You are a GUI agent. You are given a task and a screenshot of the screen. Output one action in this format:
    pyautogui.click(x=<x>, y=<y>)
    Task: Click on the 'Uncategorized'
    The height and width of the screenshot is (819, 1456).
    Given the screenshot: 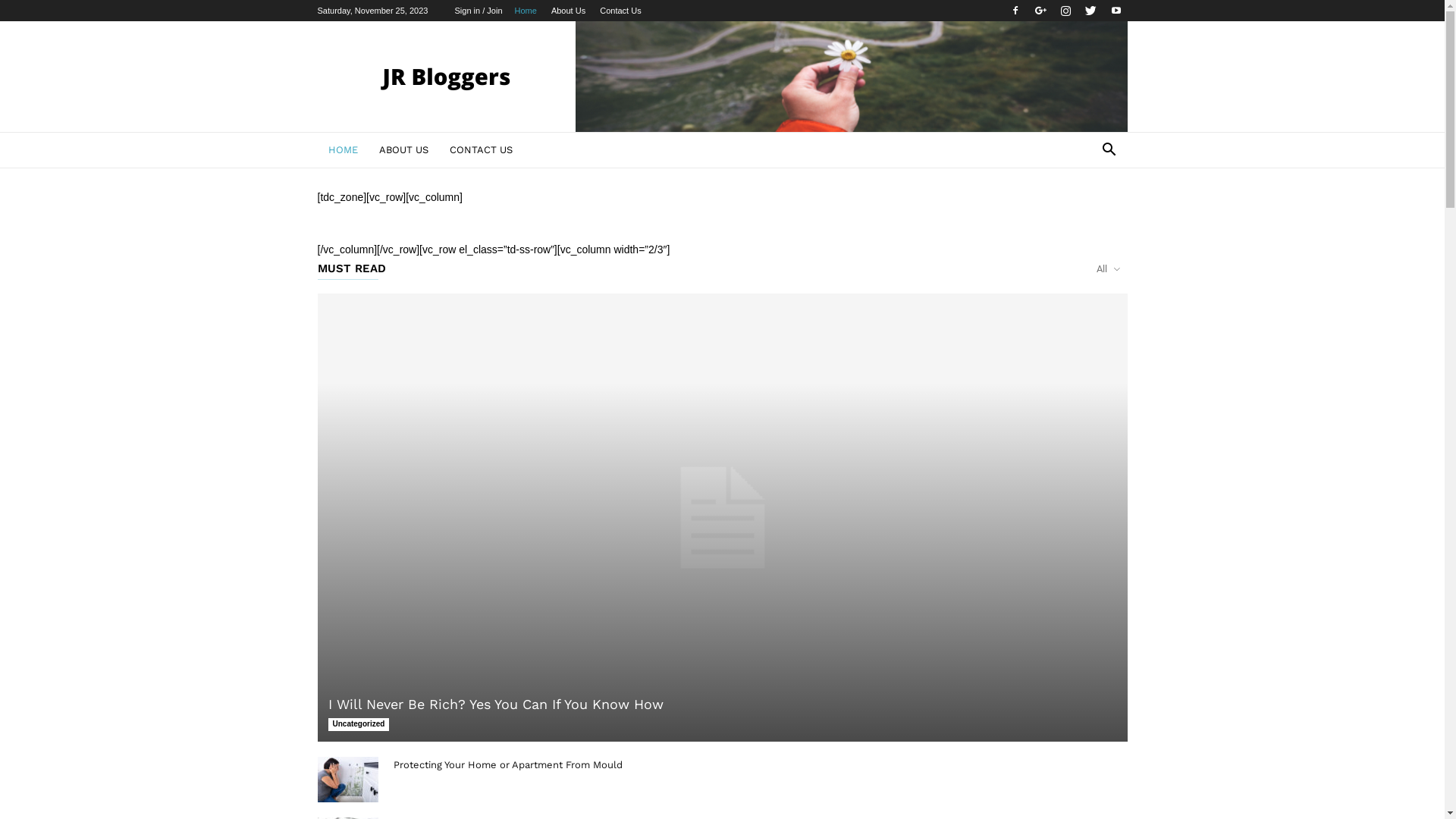 What is the action you would take?
    pyautogui.click(x=327, y=723)
    